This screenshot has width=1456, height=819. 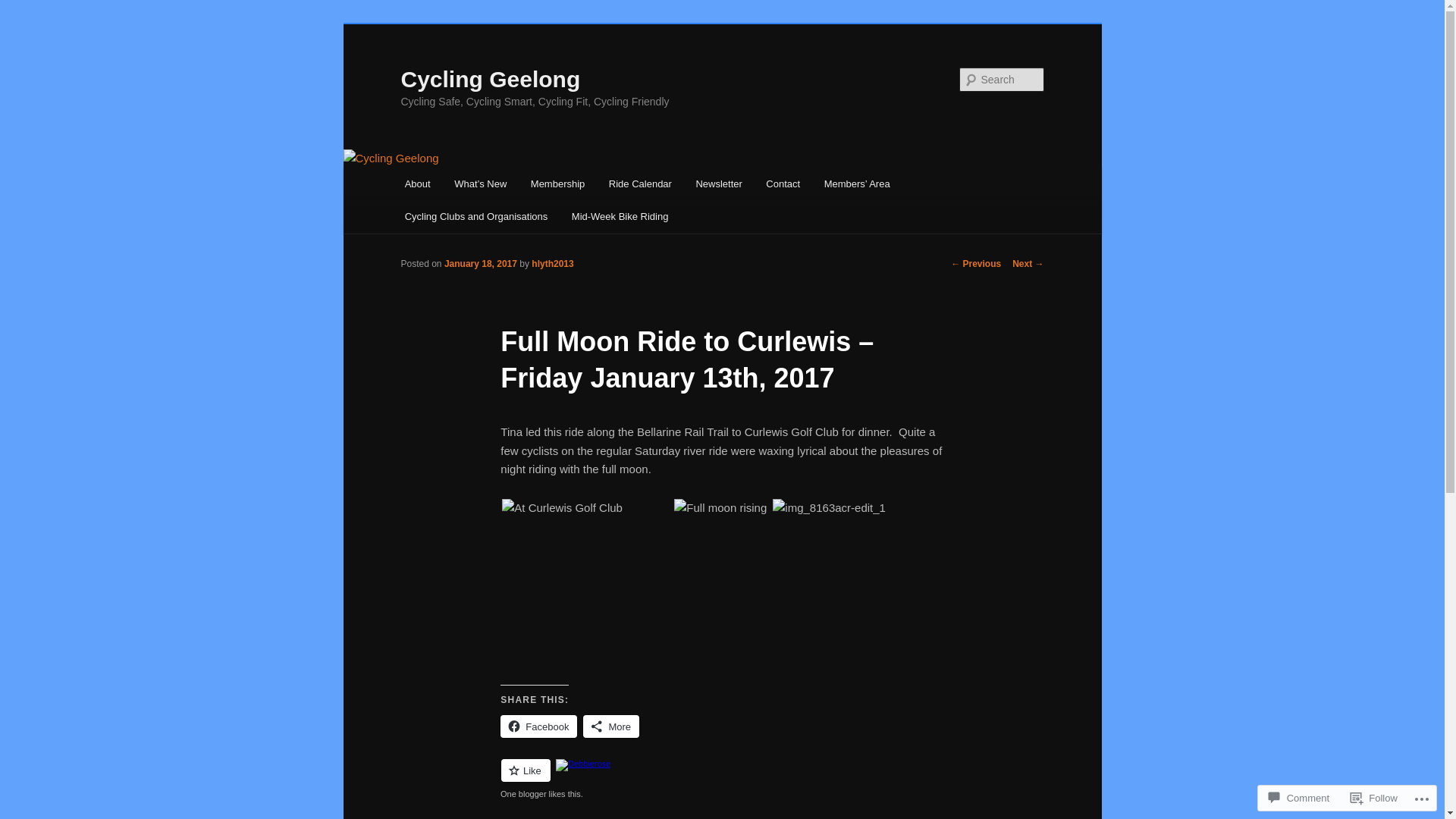 What do you see at coordinates (400, 79) in the screenshot?
I see `'Cycling Geelong'` at bounding box center [400, 79].